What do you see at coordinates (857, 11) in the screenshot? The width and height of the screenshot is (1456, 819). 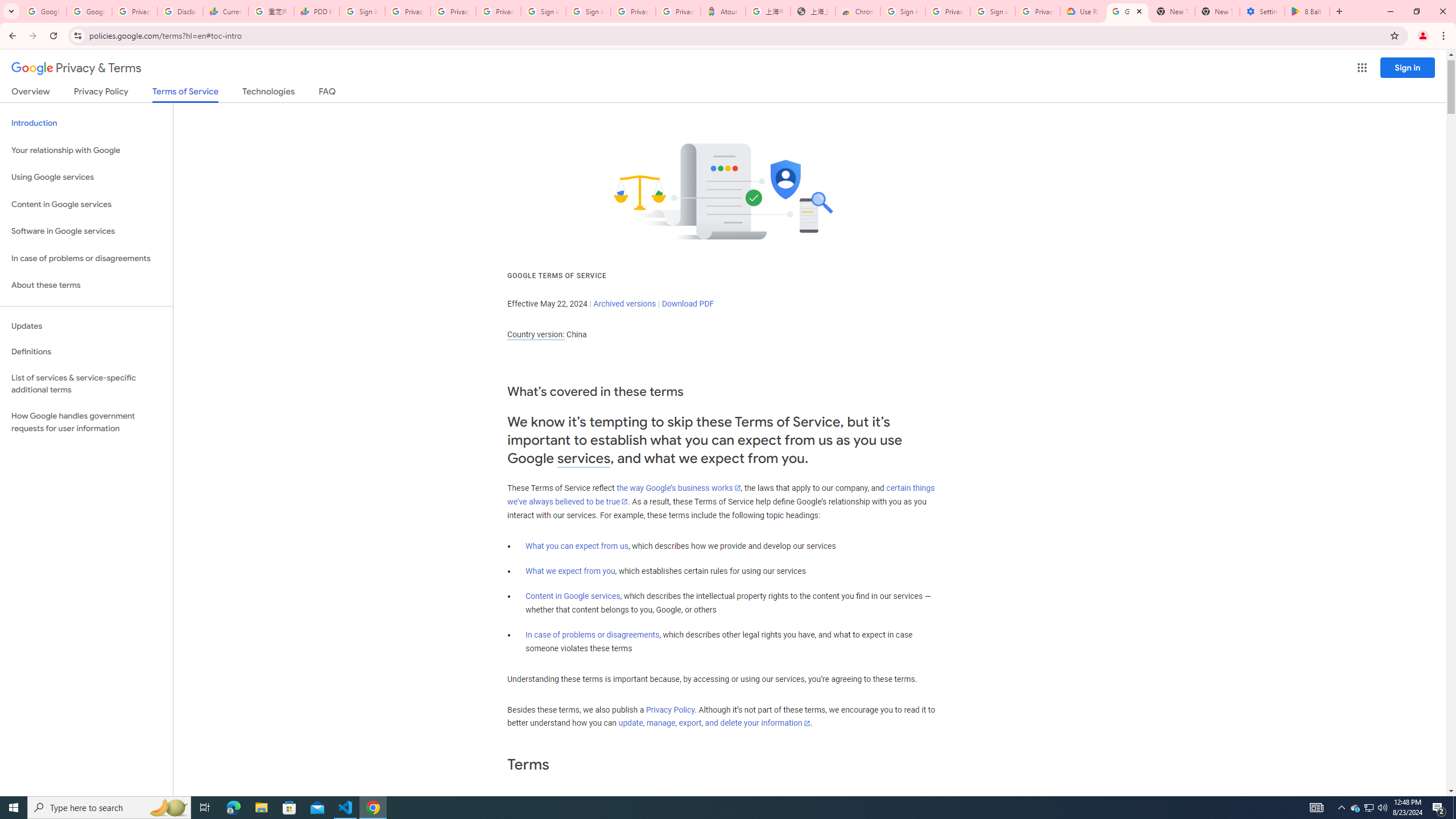 I see `'Chrome Web Store - Color themes by Chrome'` at bounding box center [857, 11].